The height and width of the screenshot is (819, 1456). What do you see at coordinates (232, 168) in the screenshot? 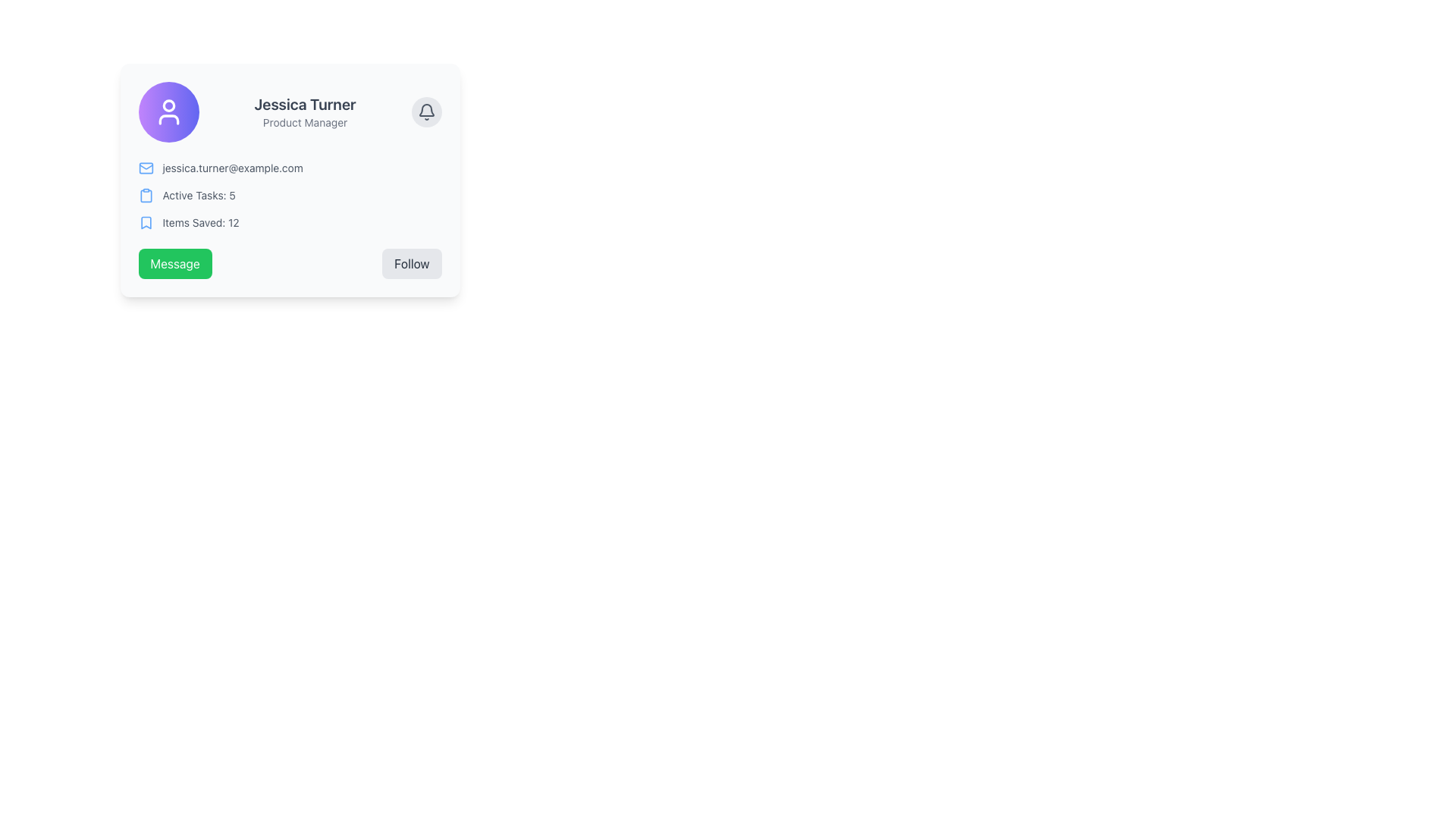
I see `the text element displaying 'jessica.turner@example.com', which is styled in light gray and located next to a mail icon on a profile card` at bounding box center [232, 168].